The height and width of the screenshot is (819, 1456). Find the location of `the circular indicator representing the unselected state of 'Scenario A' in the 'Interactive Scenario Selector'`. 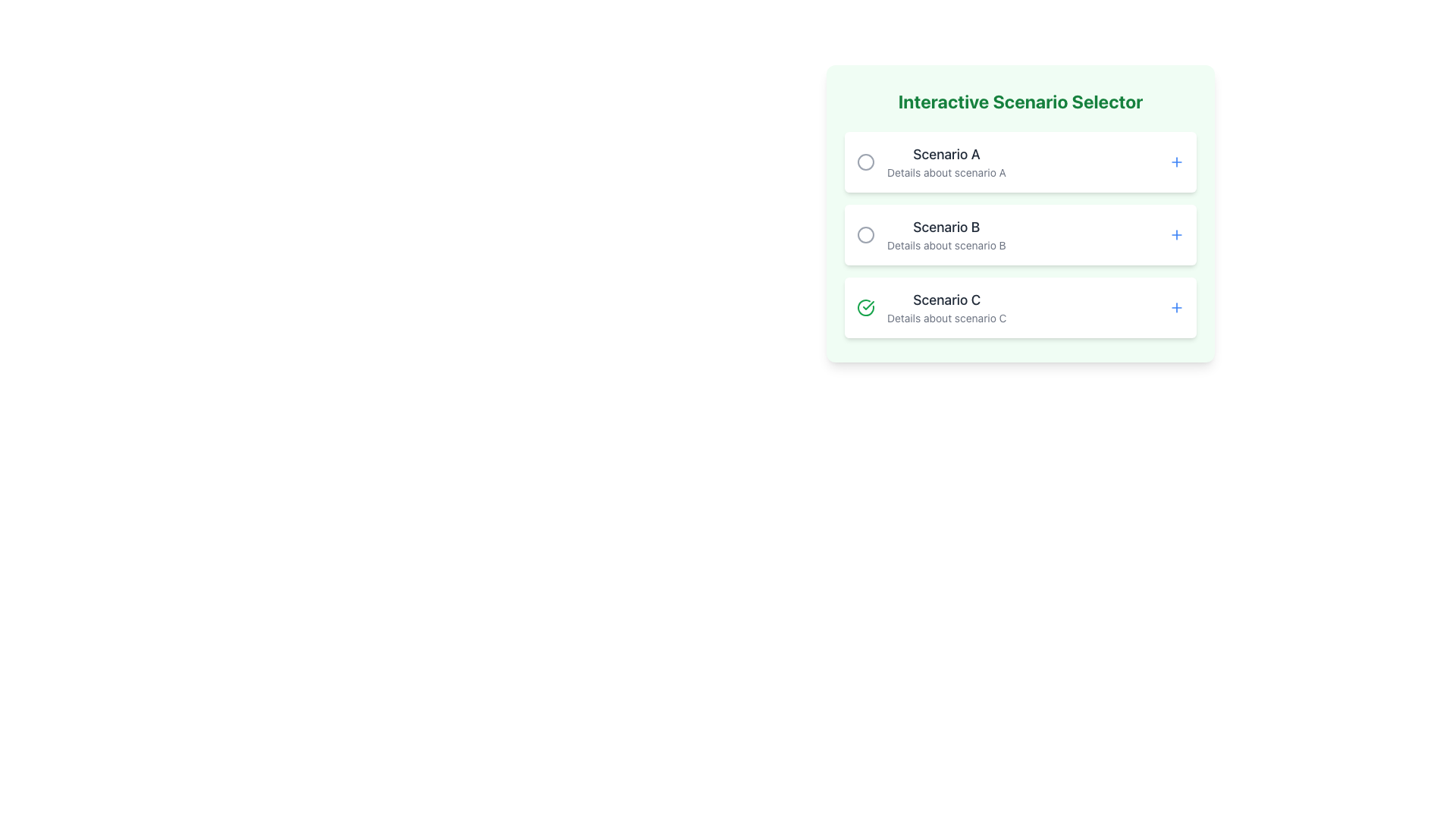

the circular indicator representing the unselected state of 'Scenario A' in the 'Interactive Scenario Selector' is located at coordinates (866, 162).